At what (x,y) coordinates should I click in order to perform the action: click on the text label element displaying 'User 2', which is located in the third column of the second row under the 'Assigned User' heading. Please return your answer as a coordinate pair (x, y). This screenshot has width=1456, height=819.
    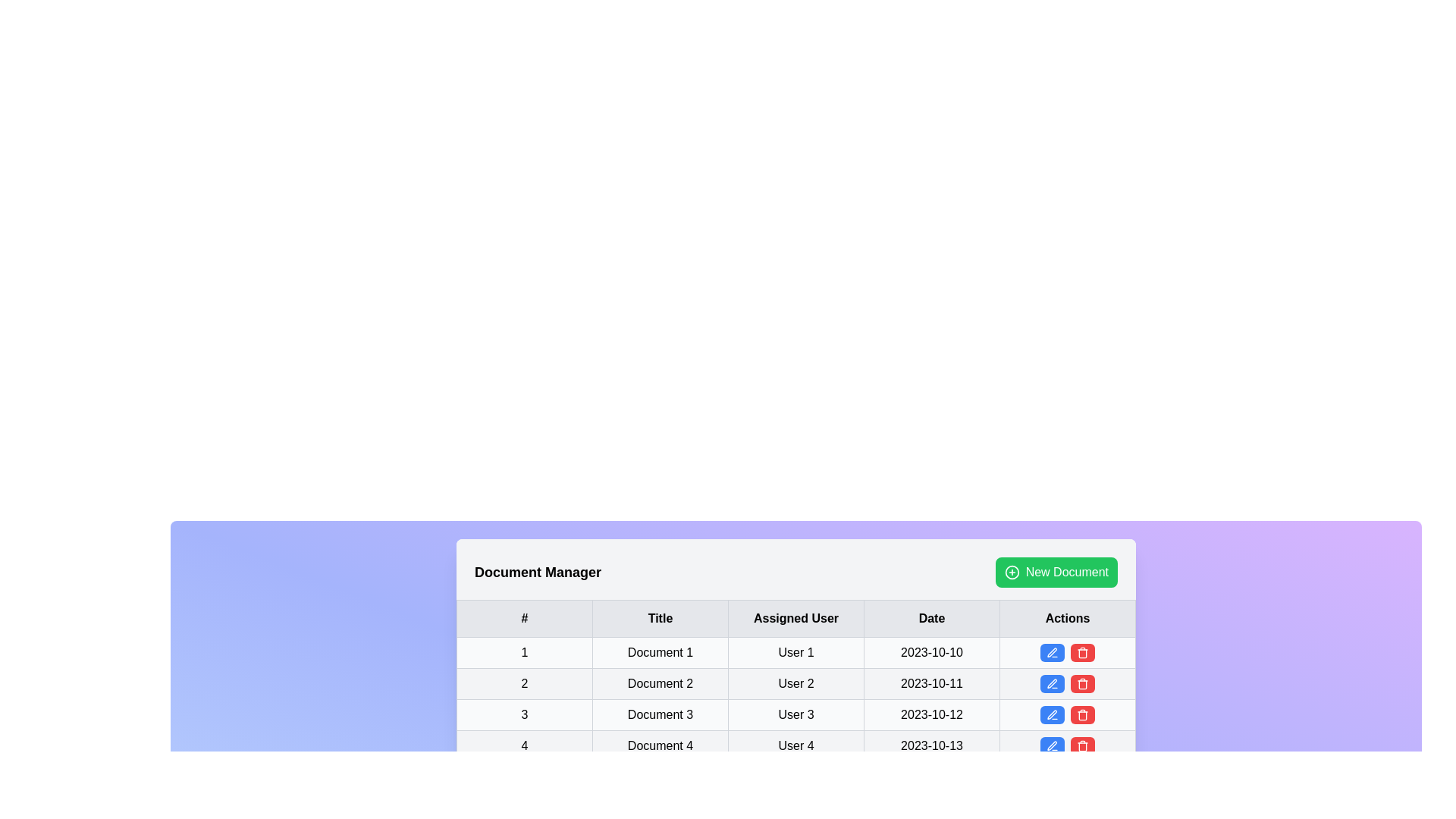
    Looking at the image, I should click on (795, 684).